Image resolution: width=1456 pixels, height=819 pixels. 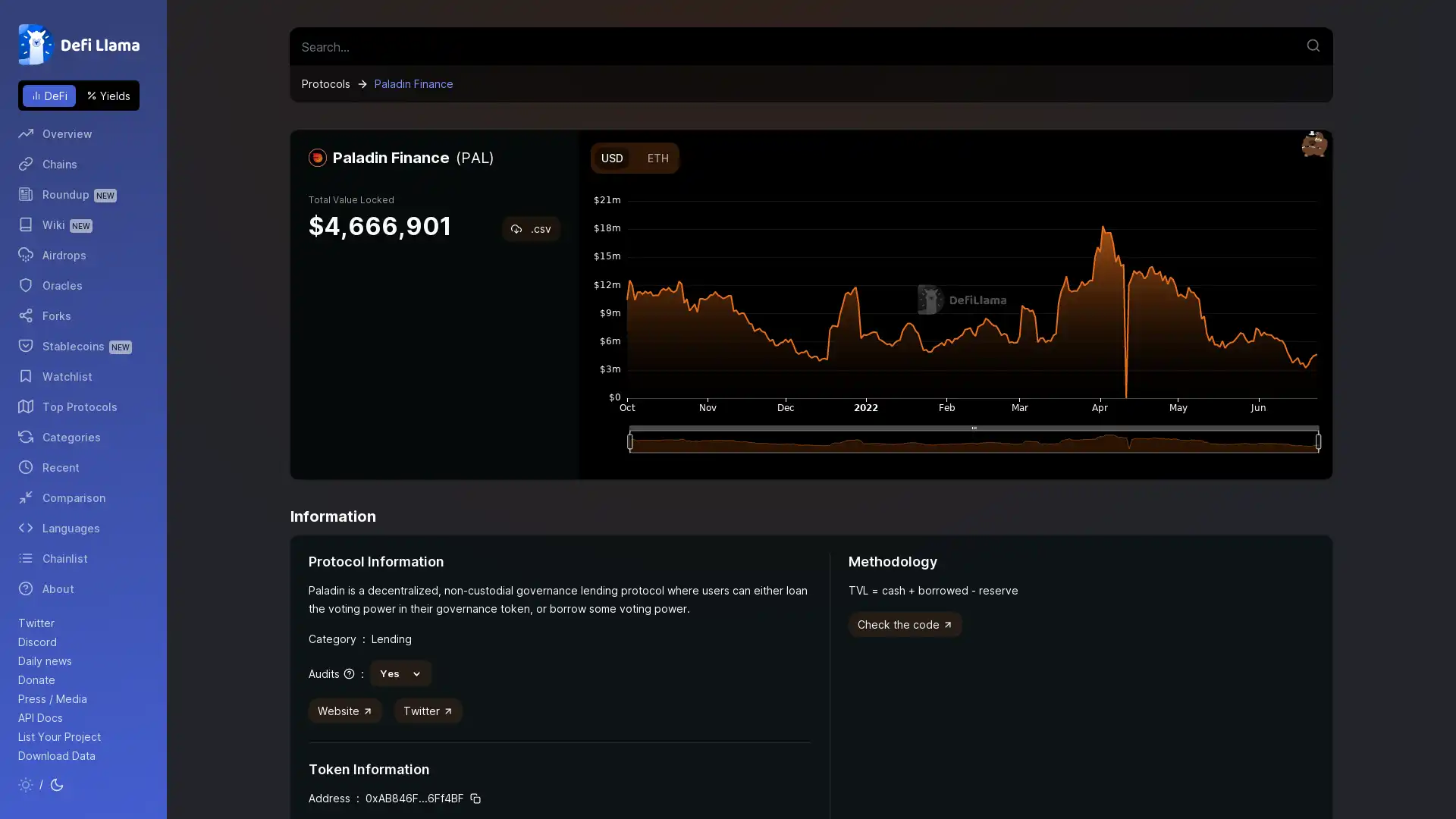 I want to click on /, so click(x=41, y=785).